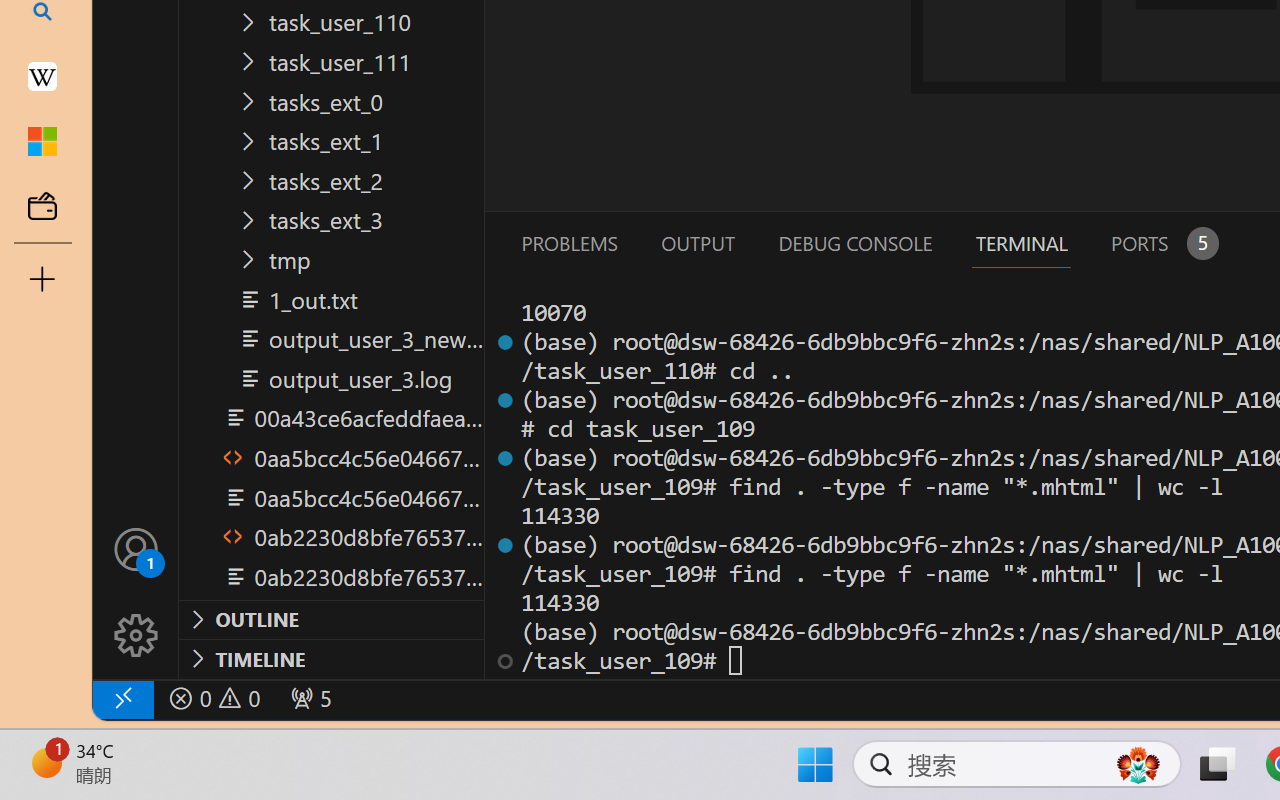 Image resolution: width=1280 pixels, height=800 pixels. I want to click on 'No Problems', so click(213, 698).